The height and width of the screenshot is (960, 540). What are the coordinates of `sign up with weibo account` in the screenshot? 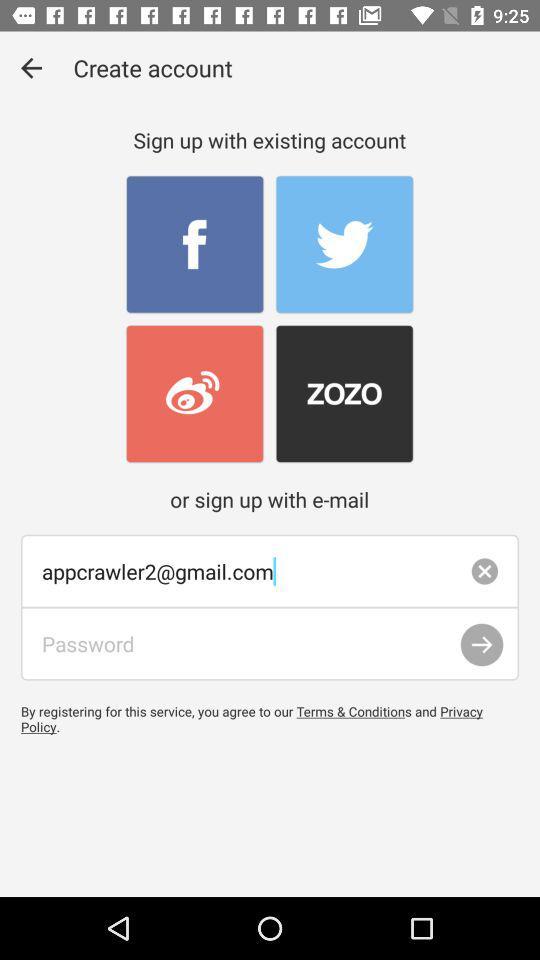 It's located at (195, 393).